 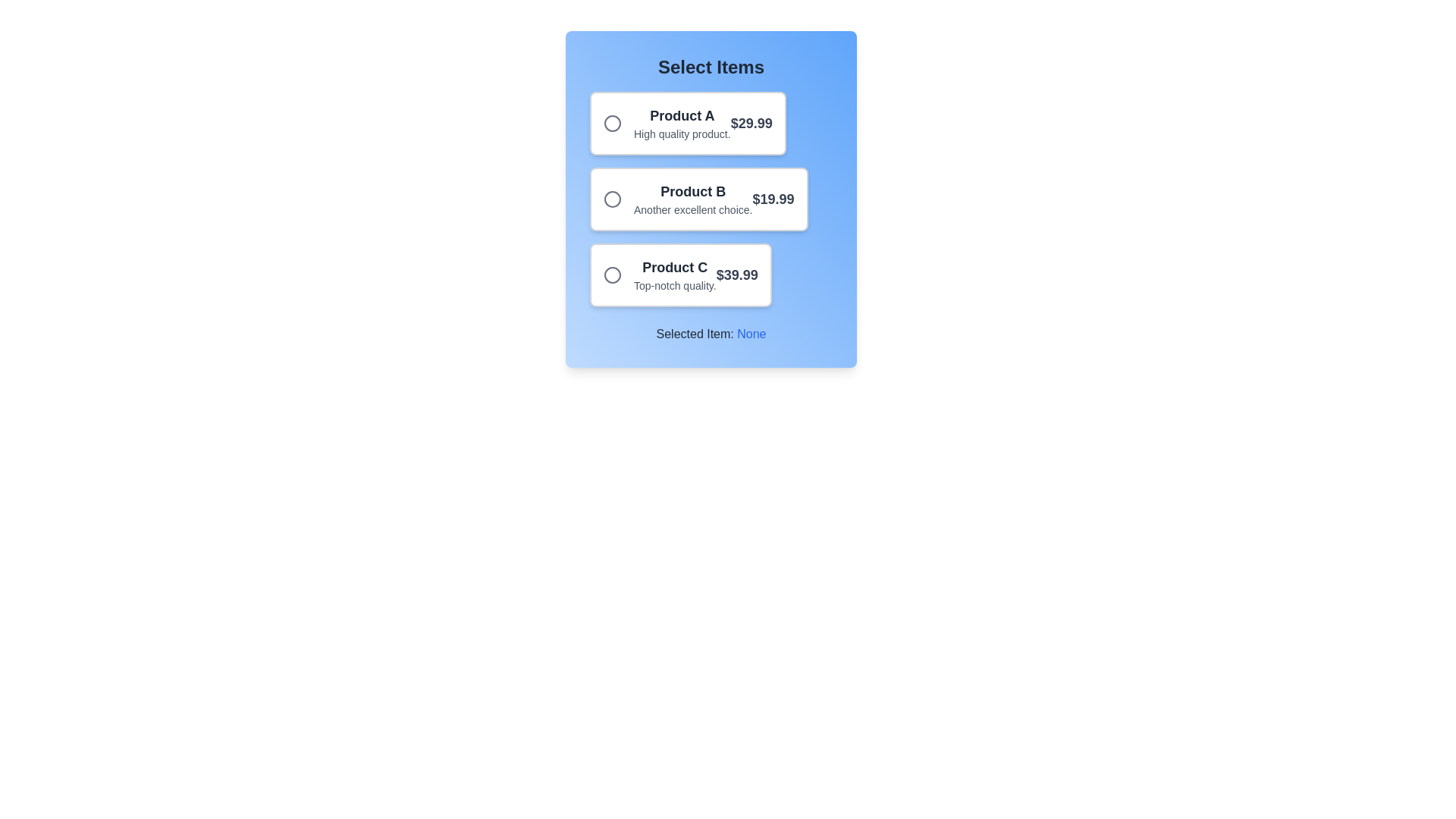 What do you see at coordinates (612, 275) in the screenshot?
I see `the circular radio button for 'Product C', which is styled with a gray outline and has a hollow center` at bounding box center [612, 275].